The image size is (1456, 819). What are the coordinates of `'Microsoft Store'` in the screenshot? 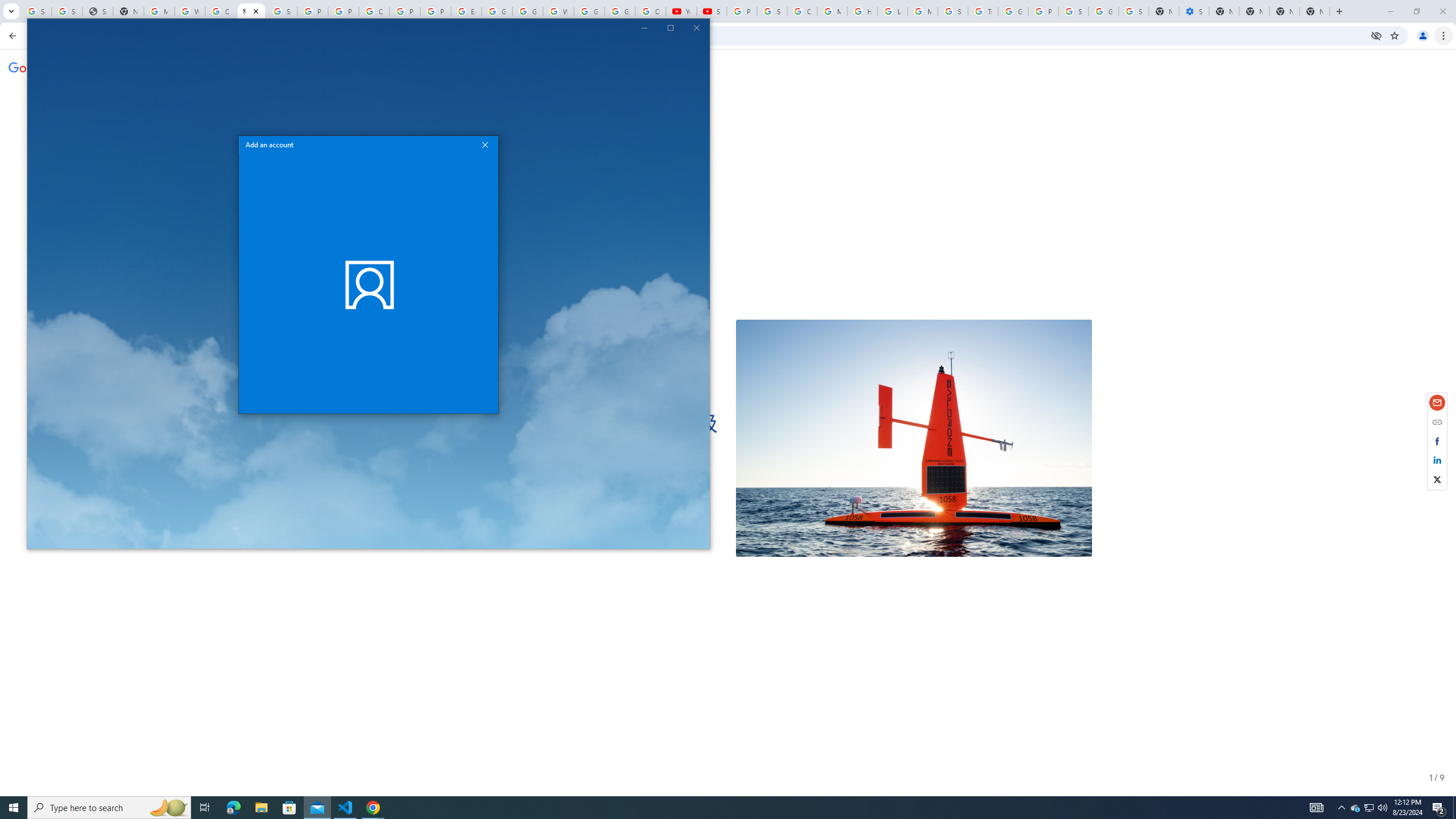 It's located at (345, 806).